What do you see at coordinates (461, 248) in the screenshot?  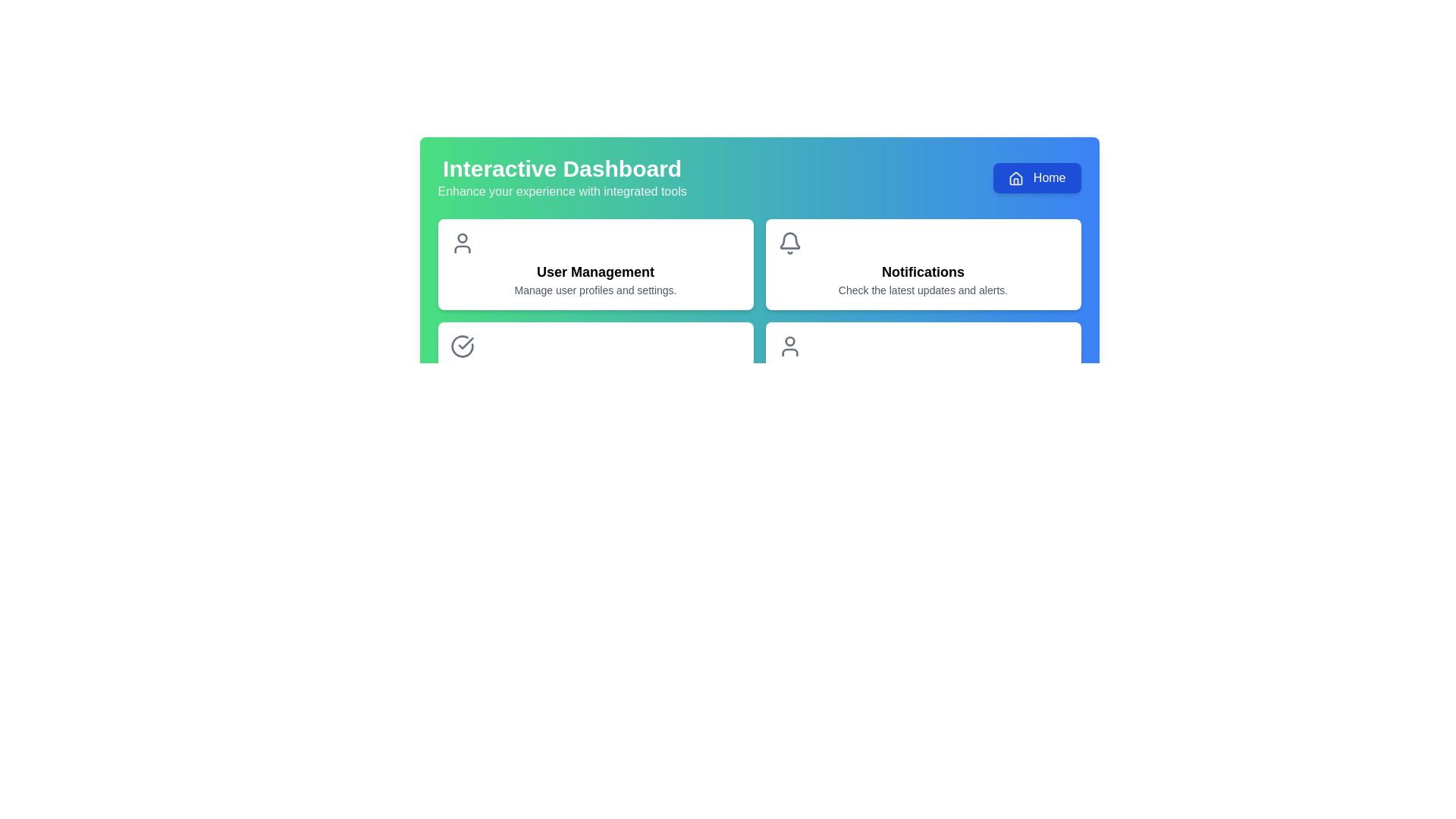 I see `the user avatar icon located in the User Management section of the main dashboard, which is positioned on the top left side of the User Management card` at bounding box center [461, 248].